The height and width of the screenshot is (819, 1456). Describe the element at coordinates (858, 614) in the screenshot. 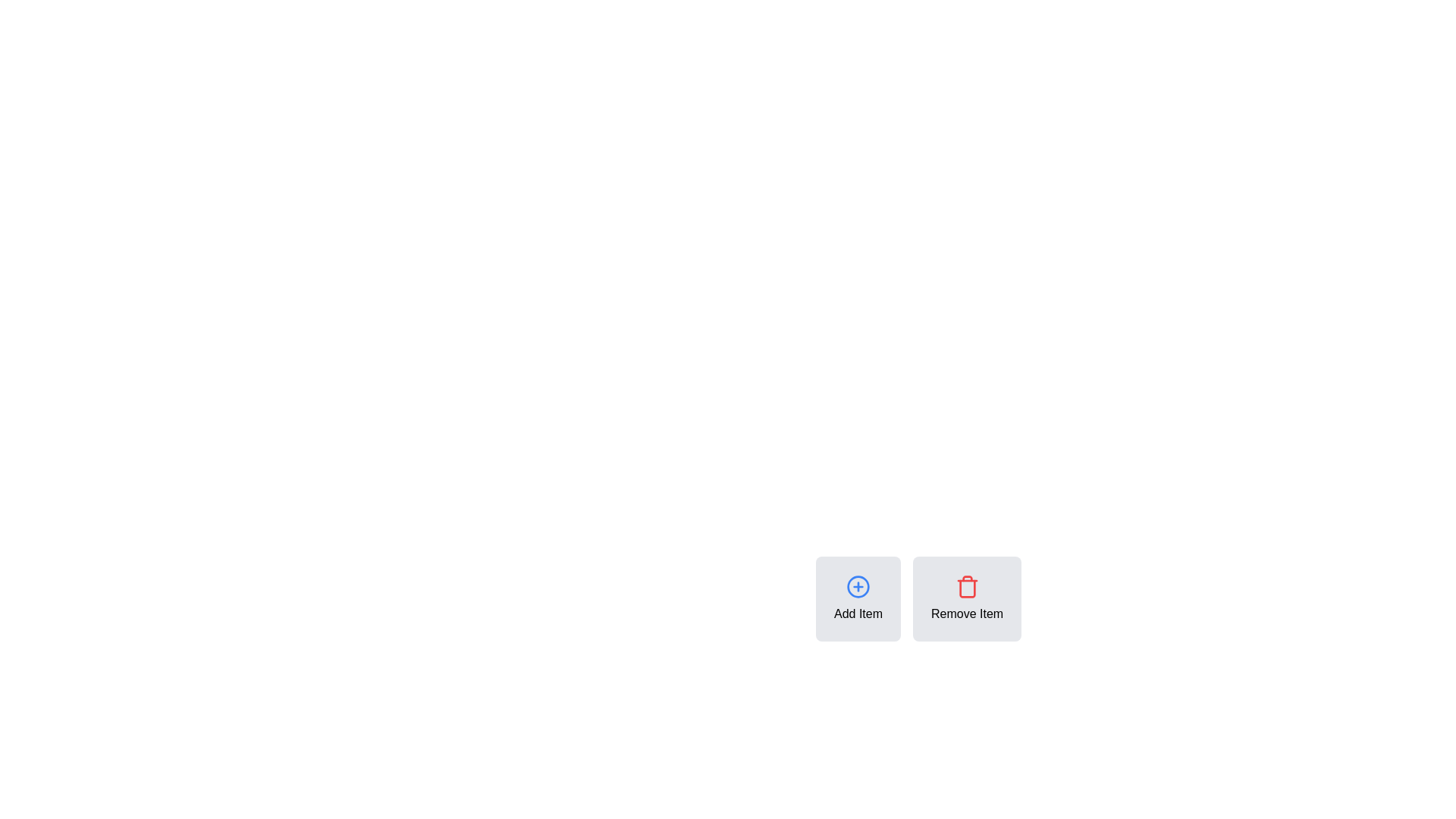

I see `the 'Add Item' text label that provides context for the blue circular icon above it` at that location.